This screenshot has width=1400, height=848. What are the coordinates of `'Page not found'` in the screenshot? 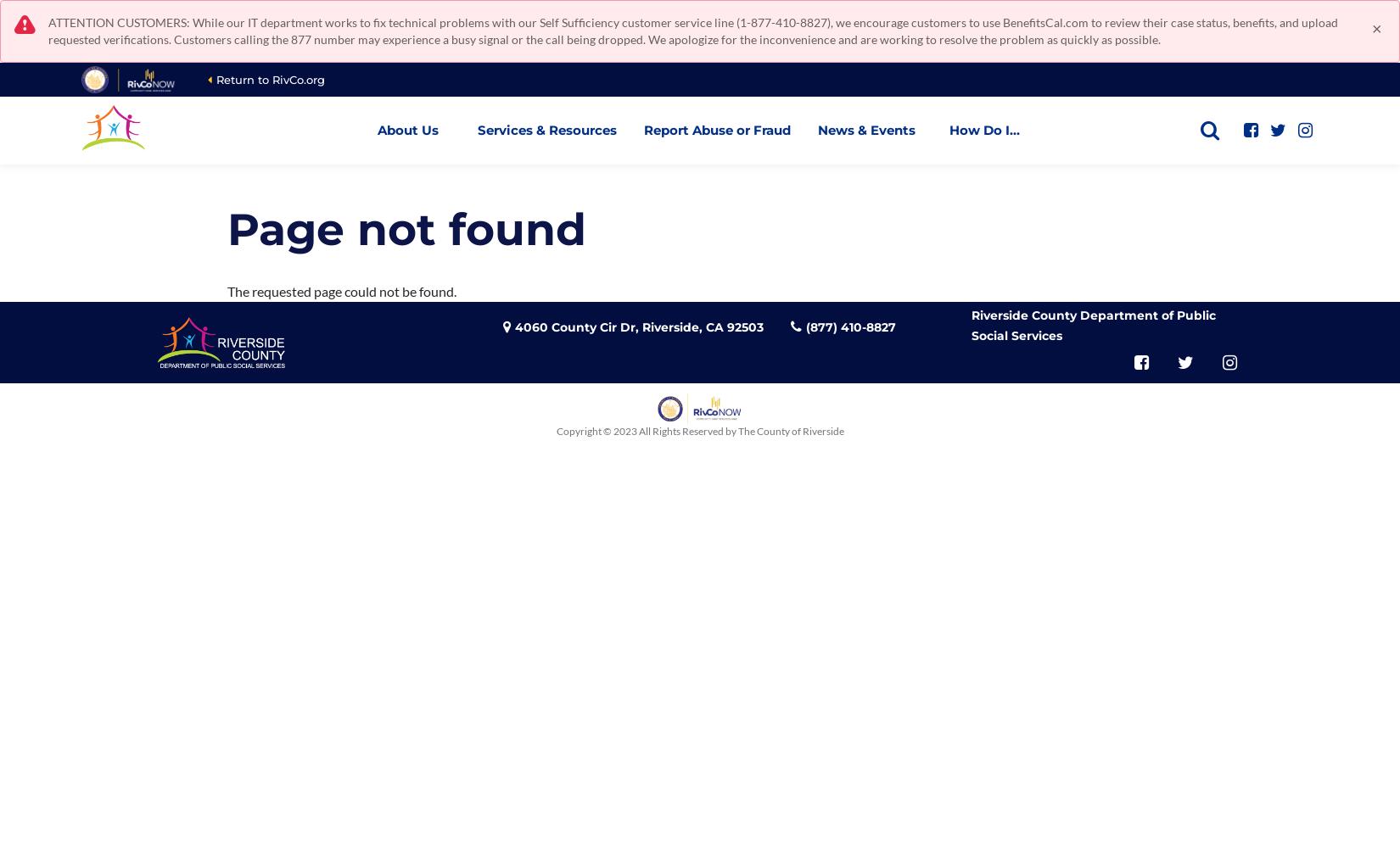 It's located at (226, 229).